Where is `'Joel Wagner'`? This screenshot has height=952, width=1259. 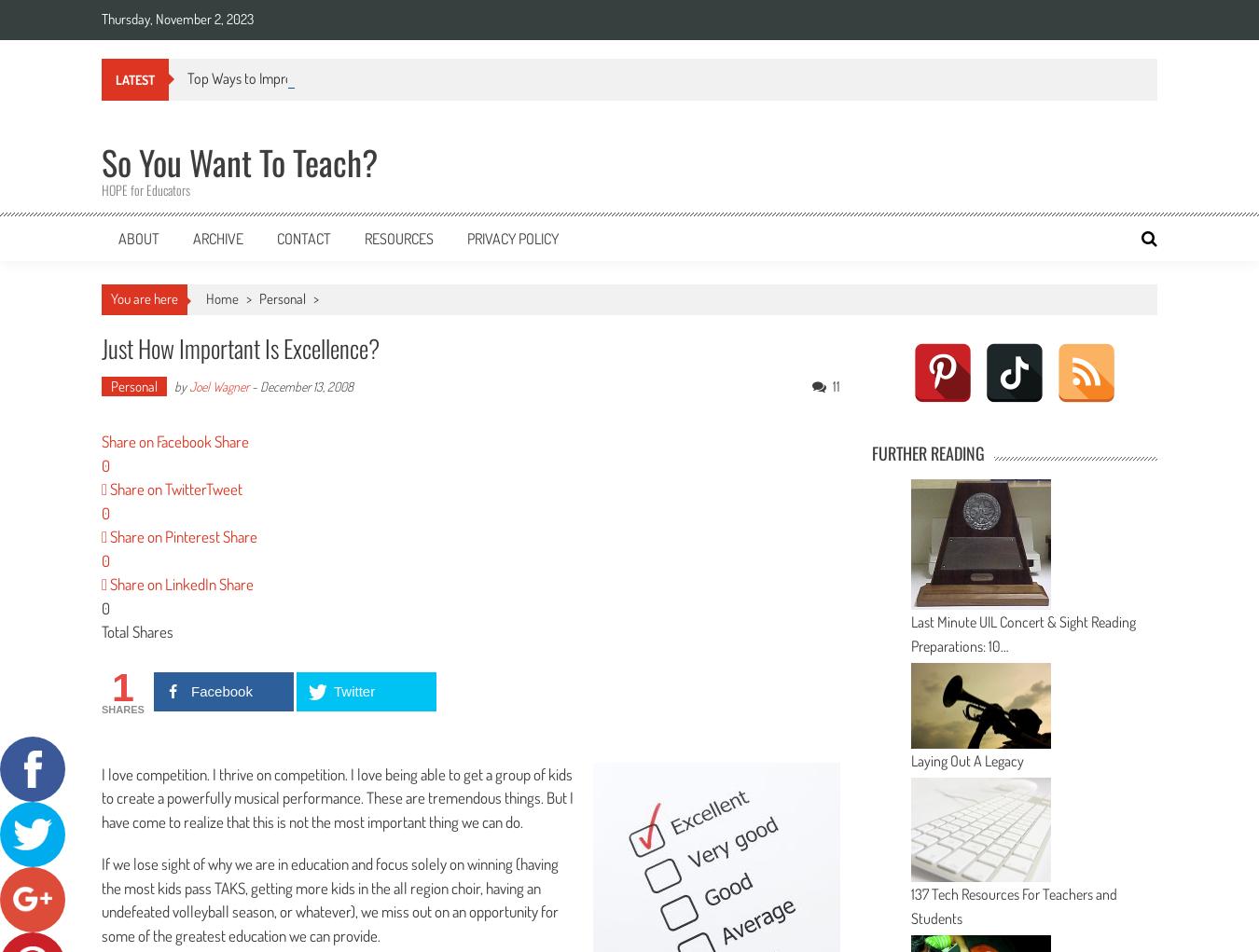 'Joel Wagner' is located at coordinates (218, 384).